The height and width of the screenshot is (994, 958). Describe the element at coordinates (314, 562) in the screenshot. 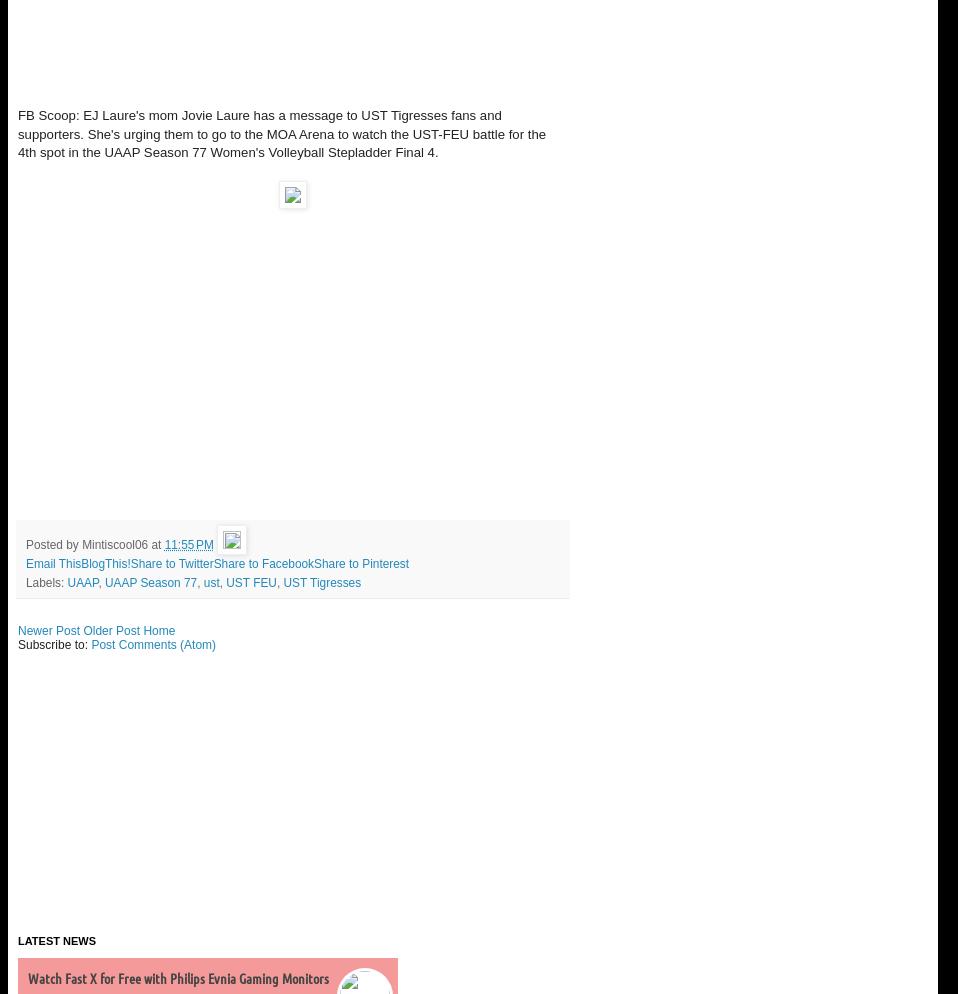

I see `'Share to Pinterest'` at that location.